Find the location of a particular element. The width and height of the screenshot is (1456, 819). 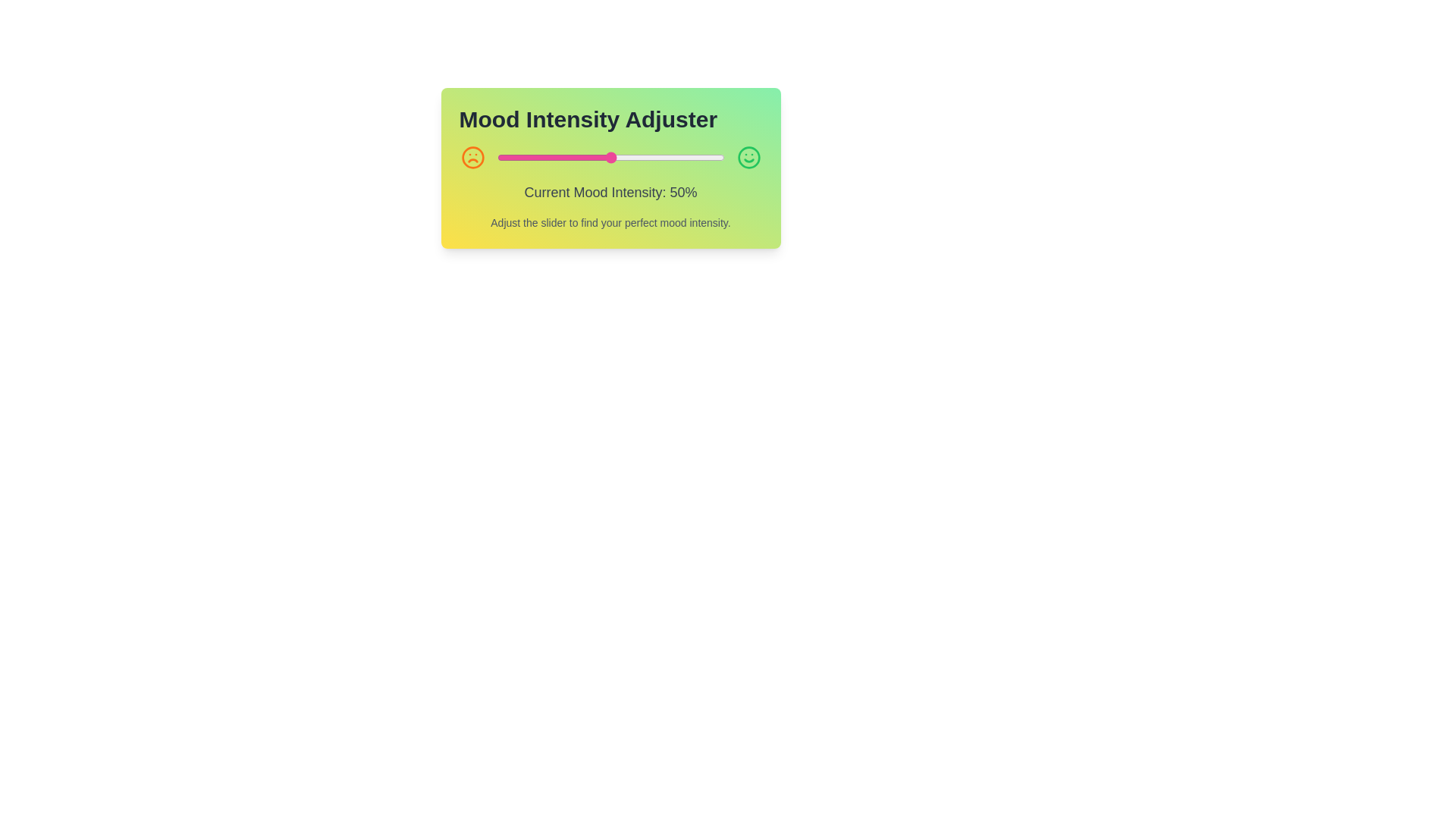

the mood intensity slider to 73% is located at coordinates (663, 158).